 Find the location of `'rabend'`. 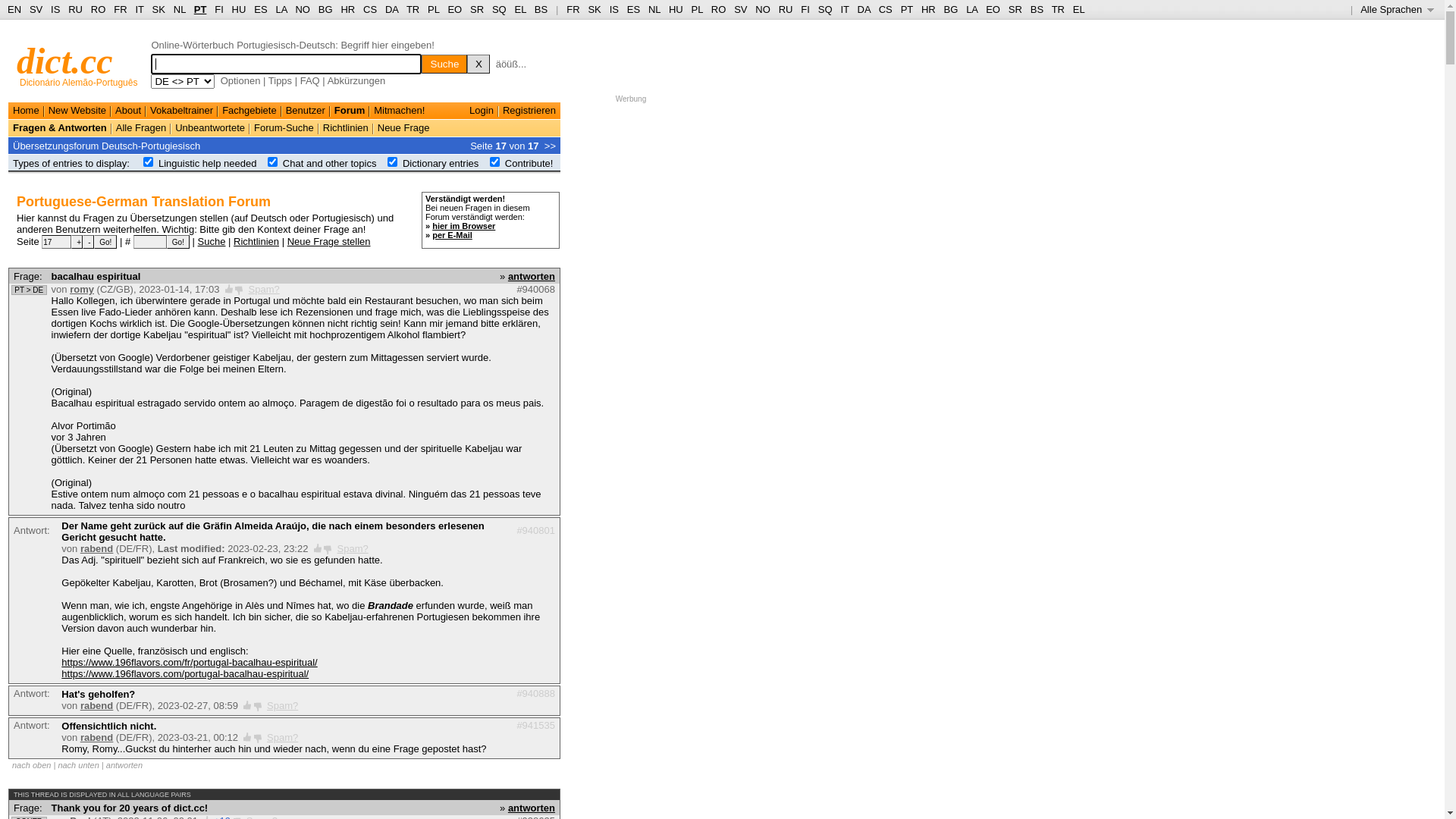

'rabend' is located at coordinates (79, 705).